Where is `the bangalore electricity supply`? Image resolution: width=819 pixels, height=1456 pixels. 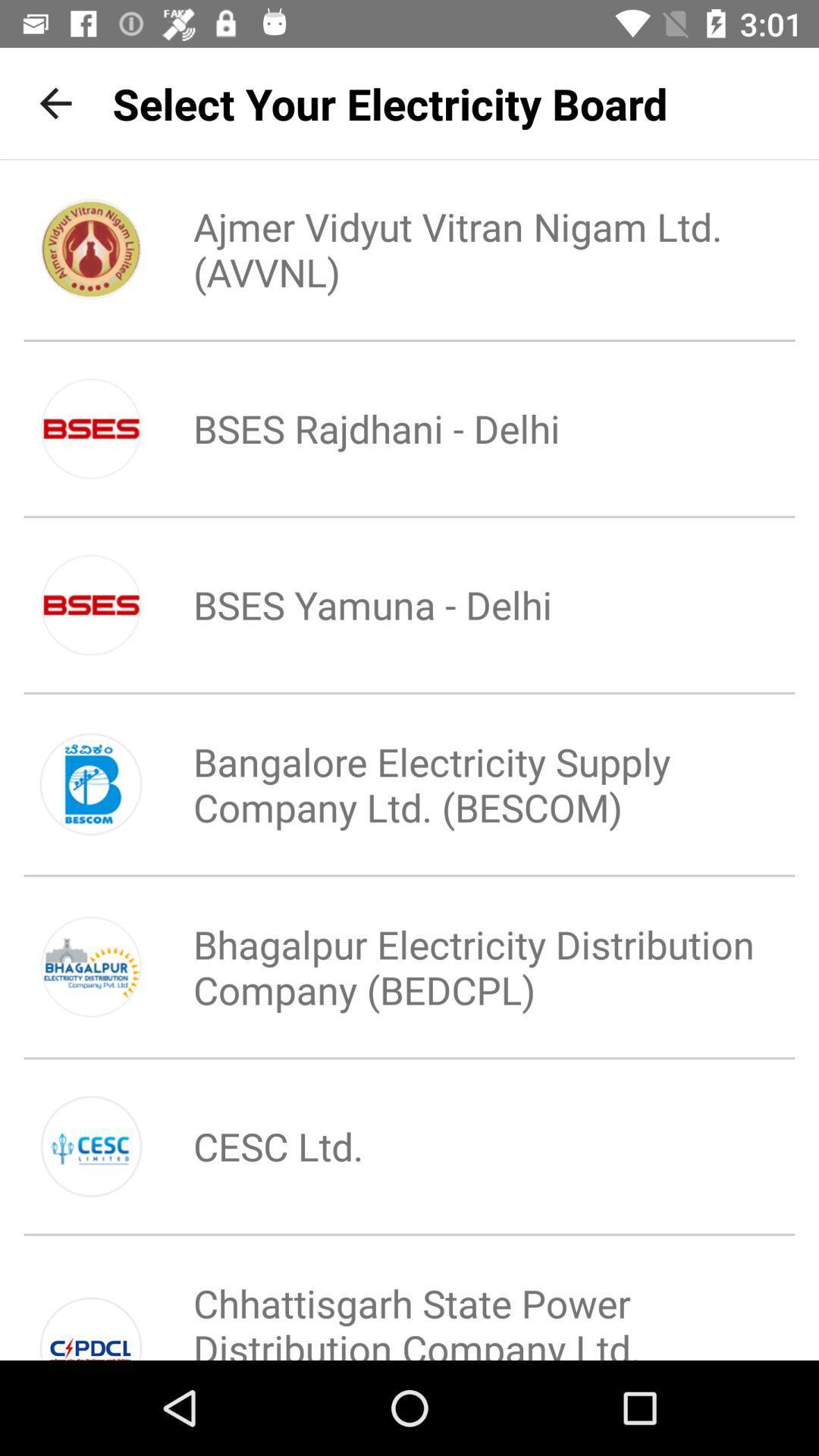 the bangalore electricity supply is located at coordinates (460, 784).